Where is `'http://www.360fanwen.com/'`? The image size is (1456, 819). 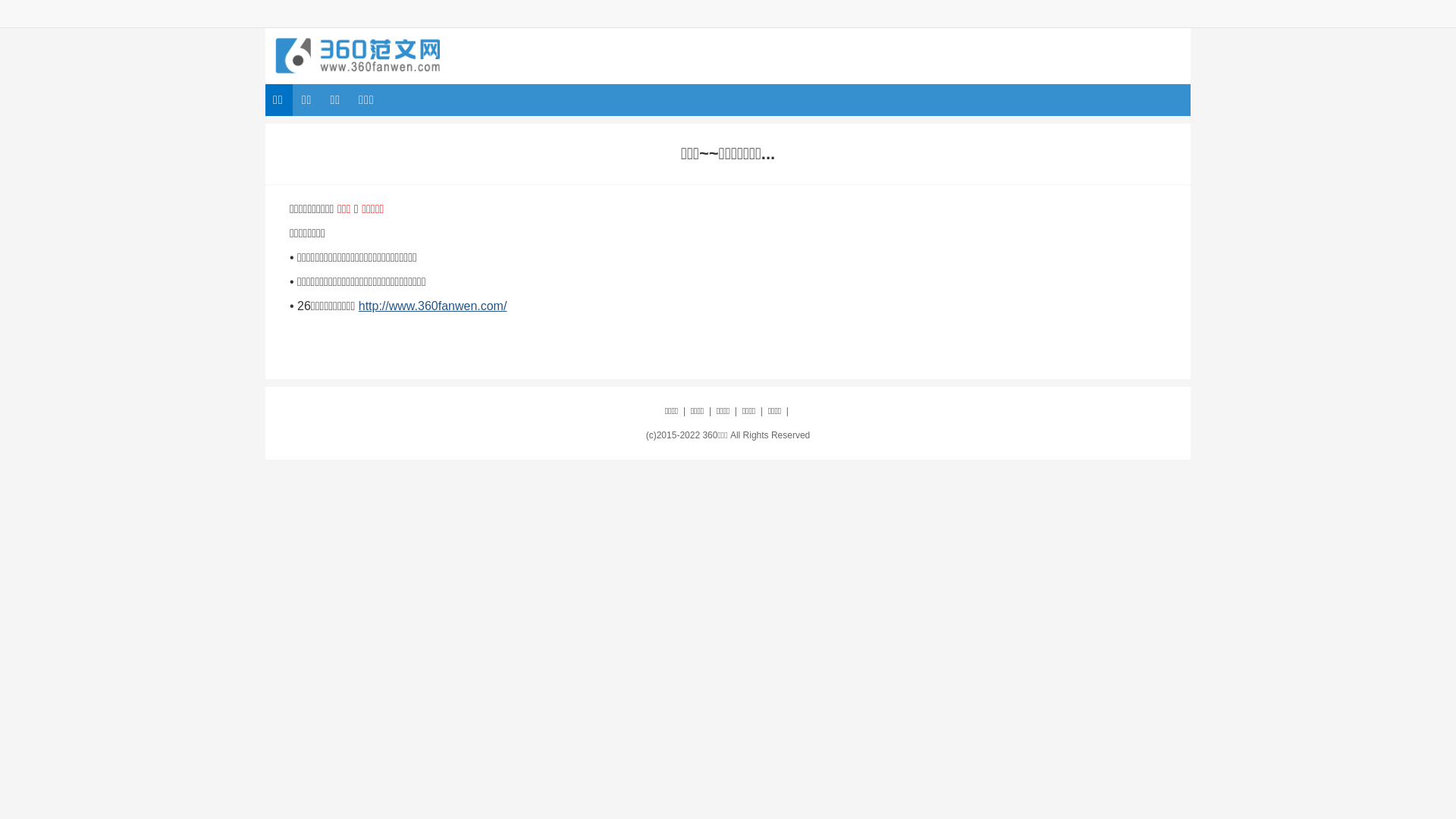
'http://www.360fanwen.com/' is located at coordinates (432, 306).